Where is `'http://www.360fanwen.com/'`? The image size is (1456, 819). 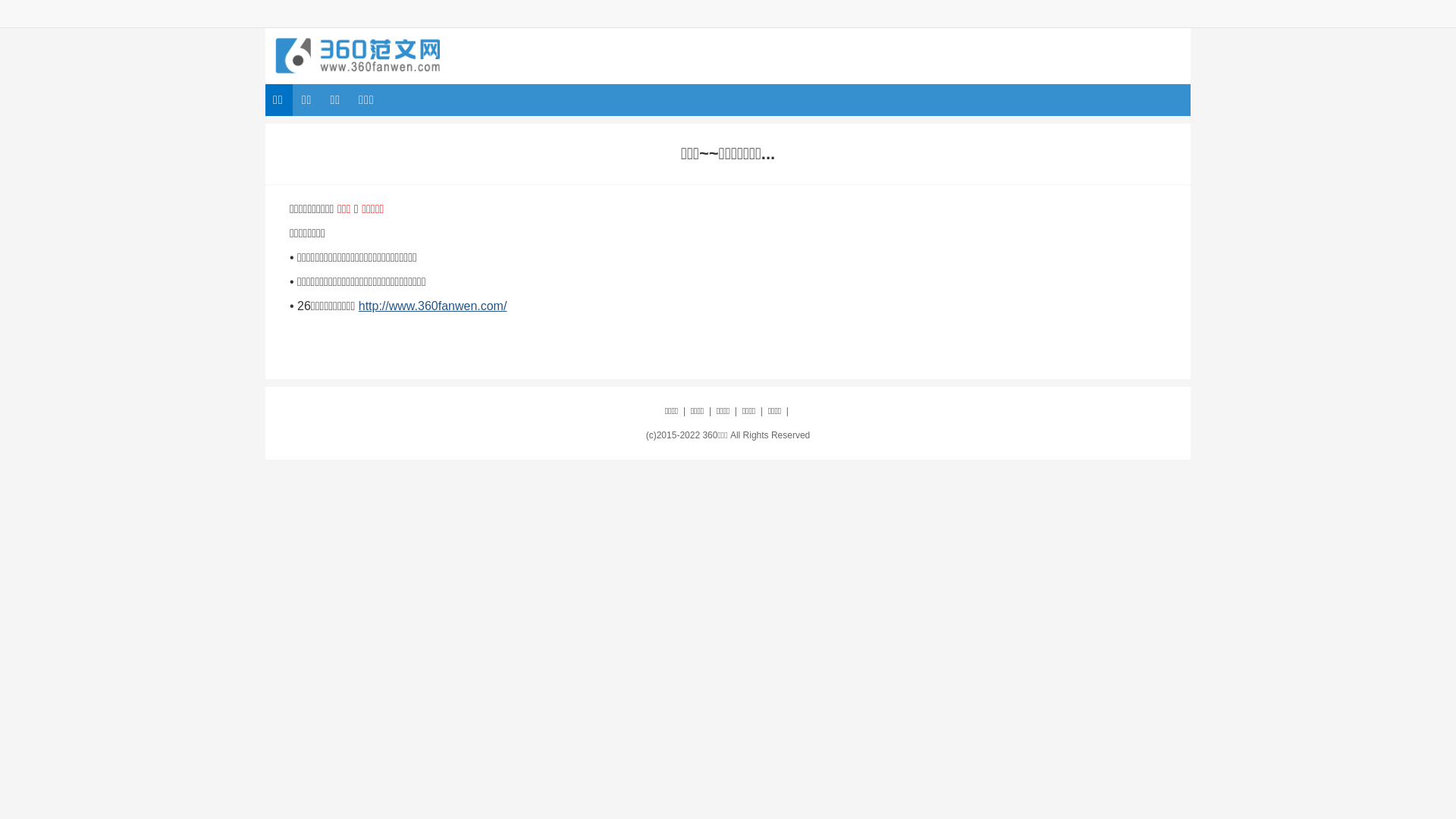
'http://www.360fanwen.com/' is located at coordinates (432, 306).